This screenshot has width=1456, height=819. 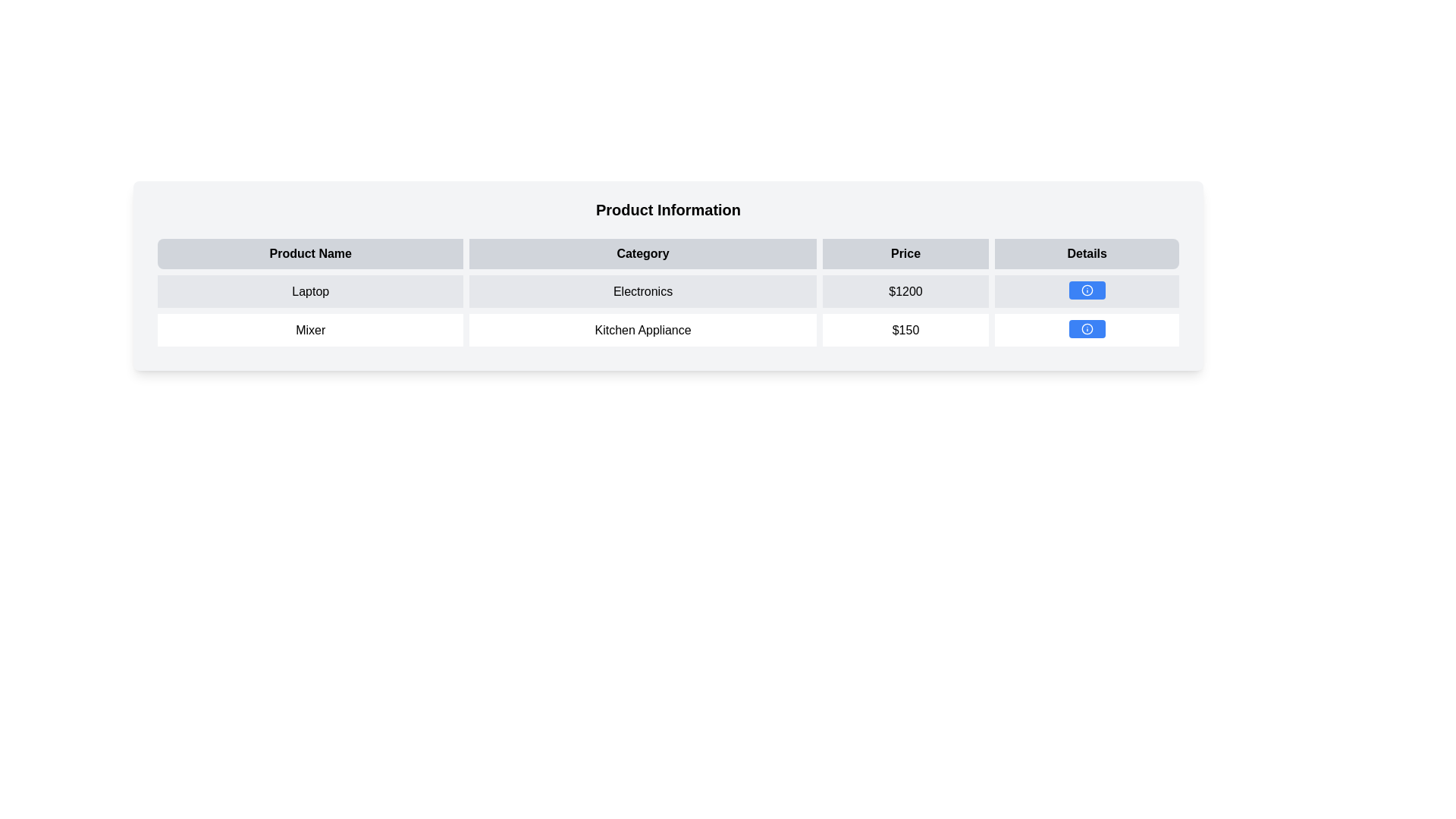 What do you see at coordinates (905, 253) in the screenshot?
I see `the 'Price' column header` at bounding box center [905, 253].